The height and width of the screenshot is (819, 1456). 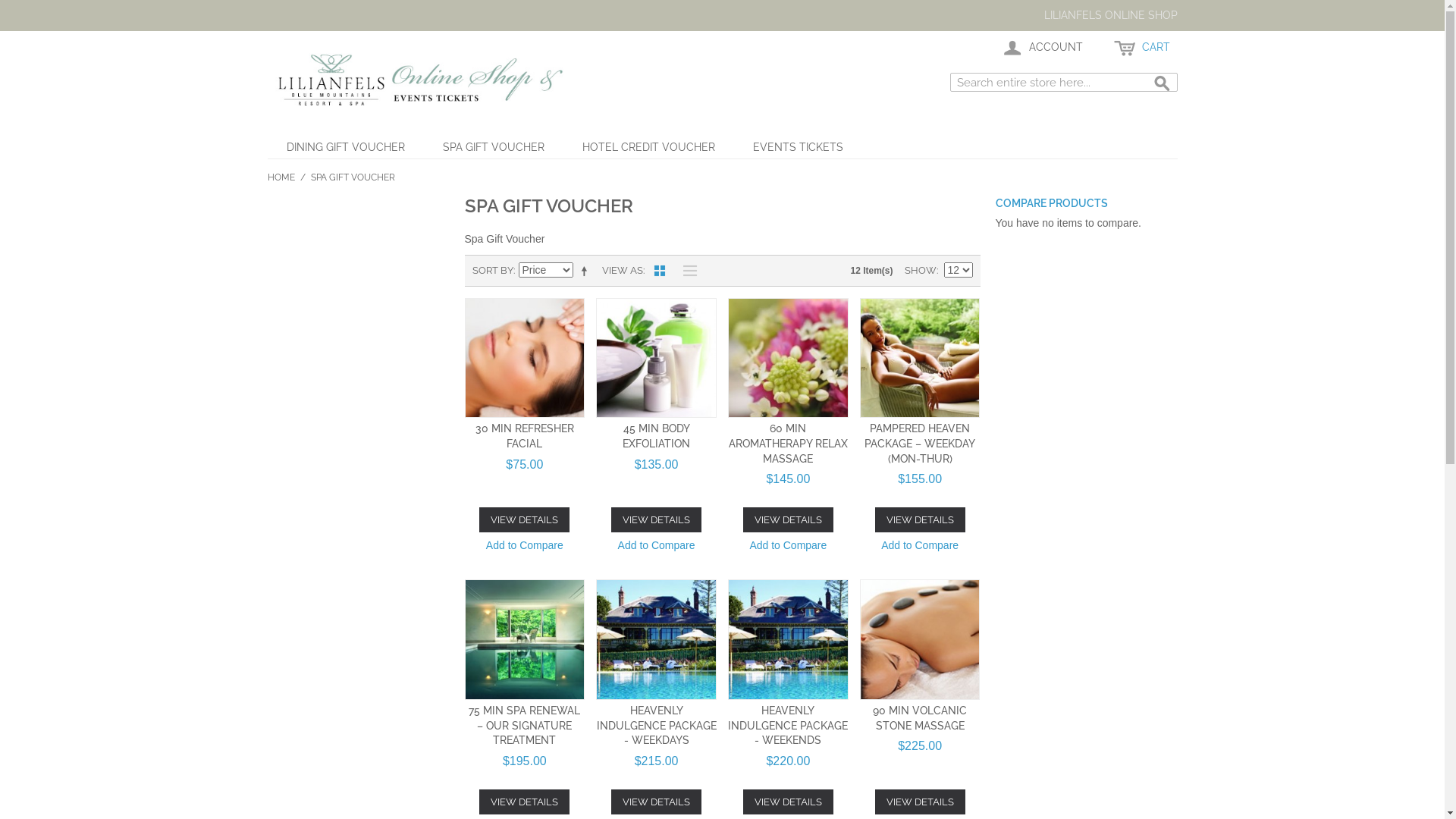 I want to click on '30 MIN REFRESHER FACIAL', so click(x=524, y=435).